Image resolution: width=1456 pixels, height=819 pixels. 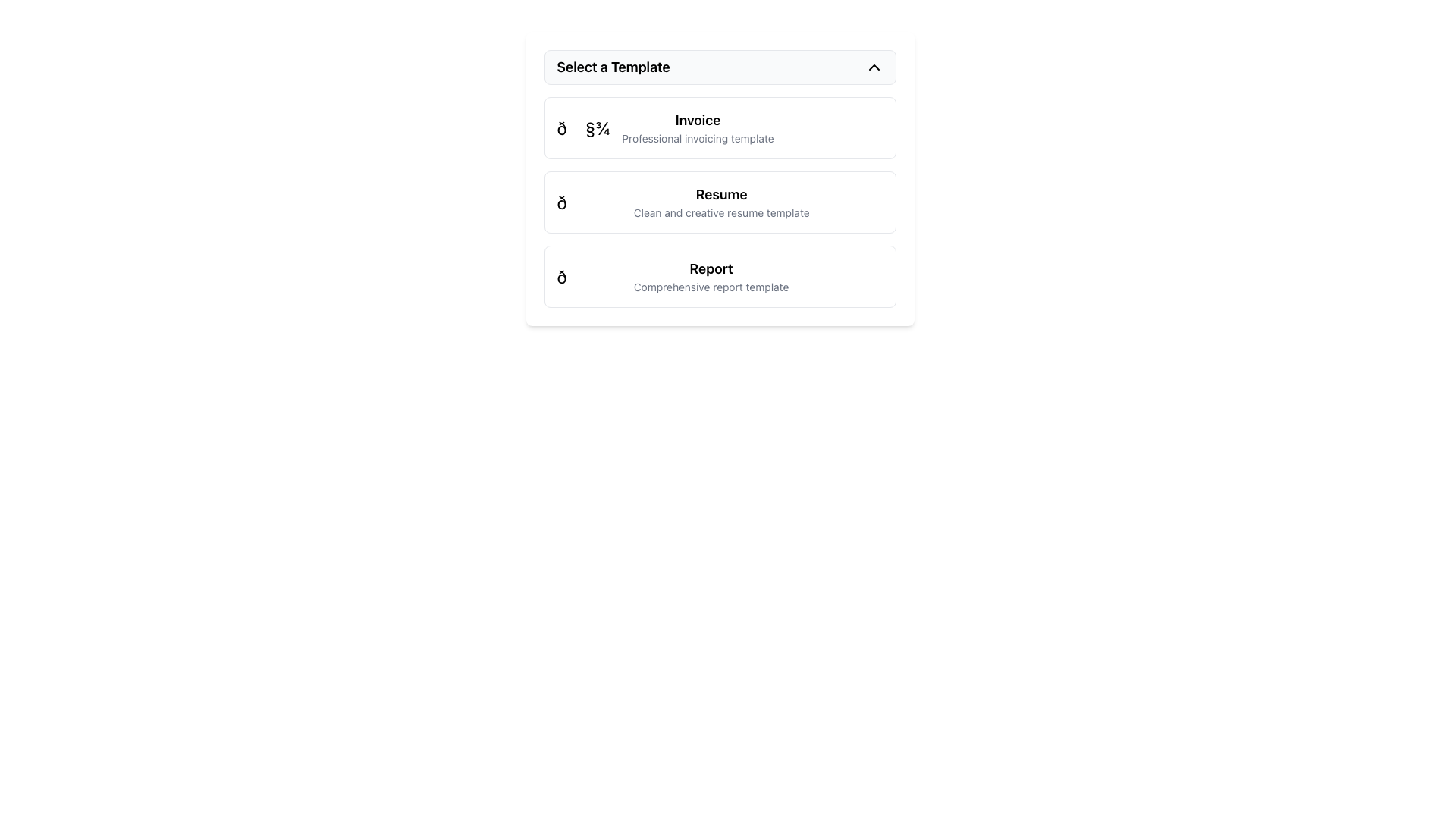 What do you see at coordinates (697, 138) in the screenshot?
I see `descriptive text element displaying 'Professional invoicing template' located directly below the bold heading 'Invoice' in a vertical list of selectable templates` at bounding box center [697, 138].